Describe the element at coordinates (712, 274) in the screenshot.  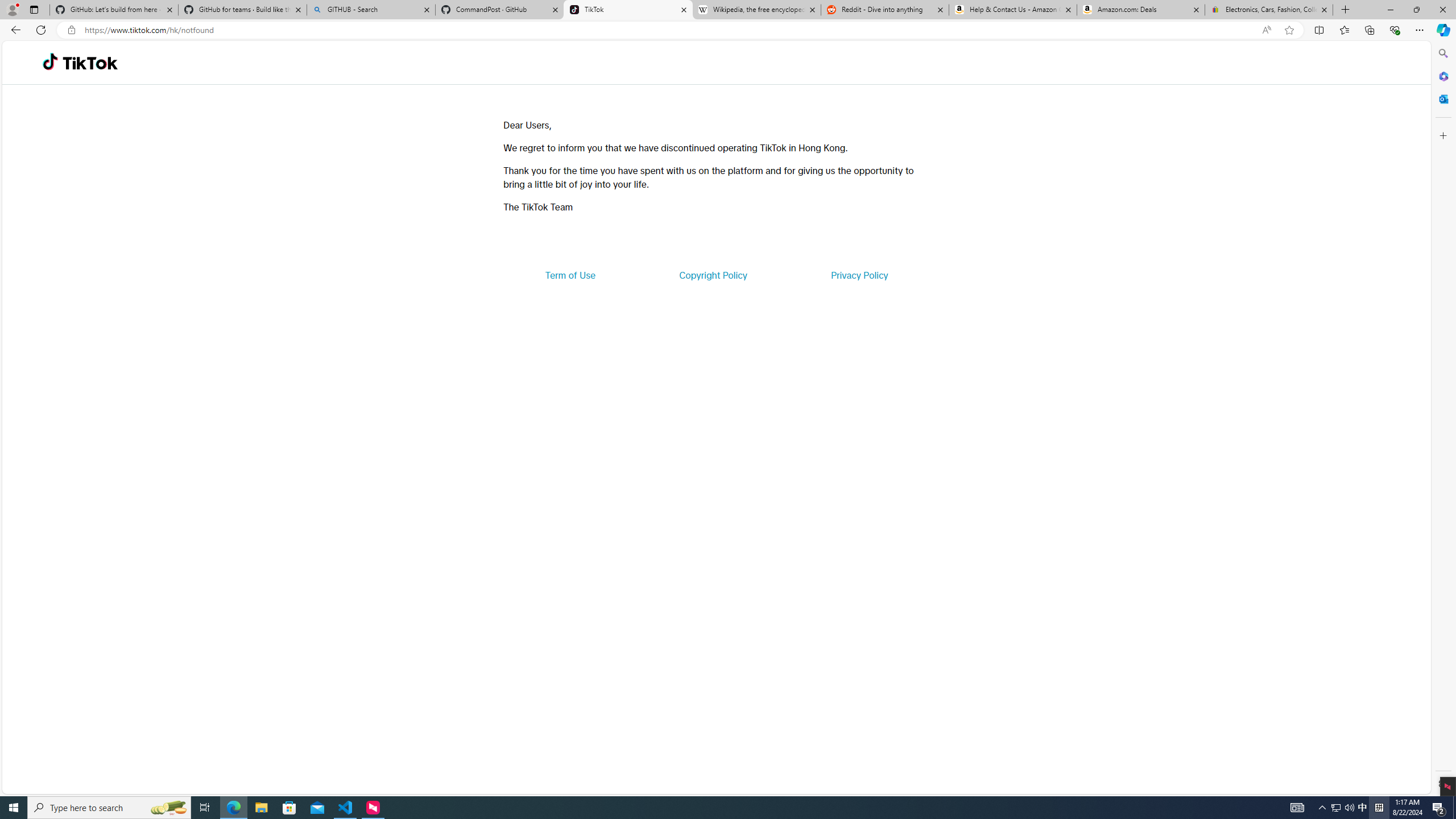
I see `'Copyright Policy'` at that location.